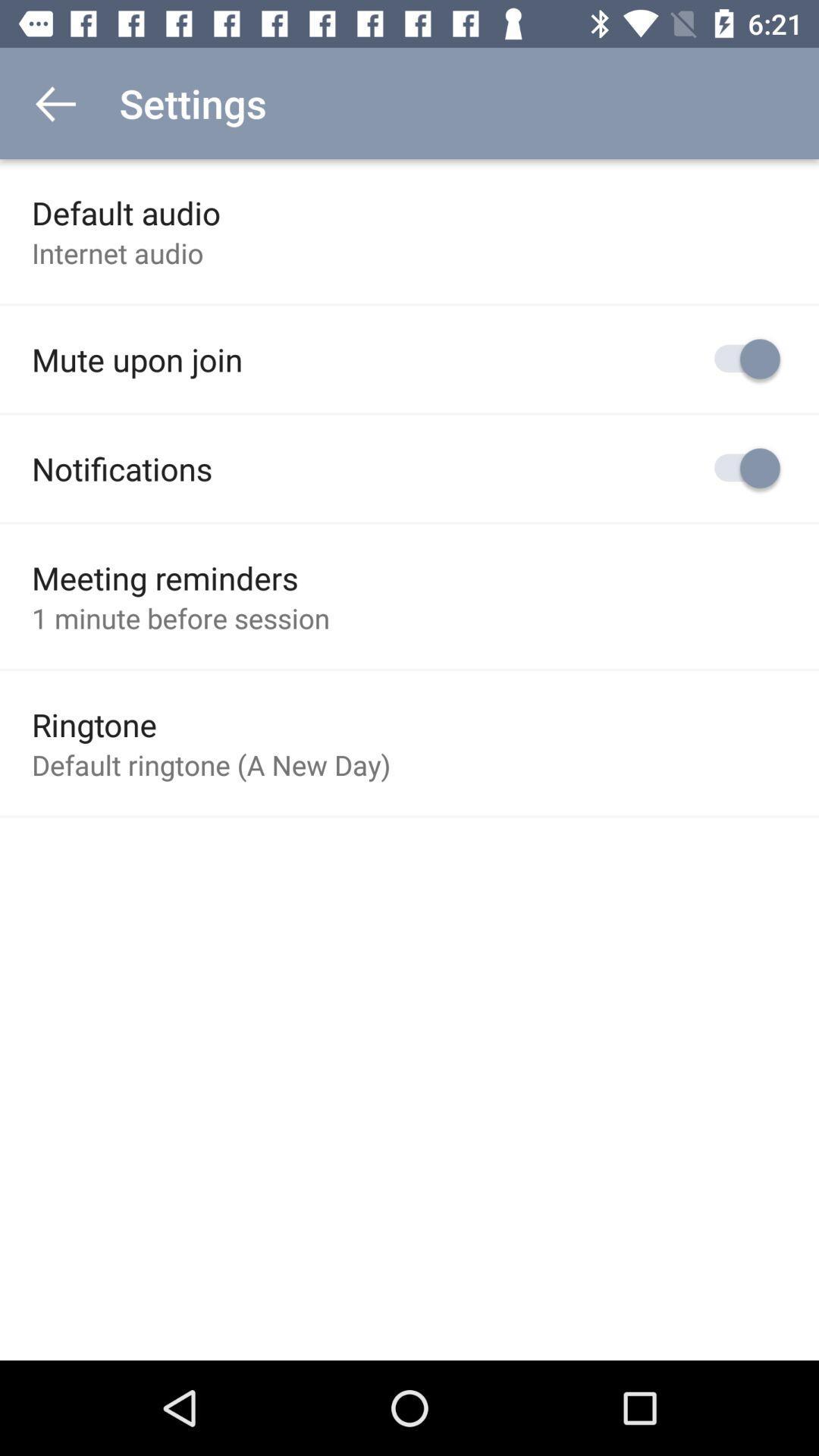 The height and width of the screenshot is (1456, 819). Describe the element at coordinates (180, 618) in the screenshot. I see `the 1 minute before icon` at that location.